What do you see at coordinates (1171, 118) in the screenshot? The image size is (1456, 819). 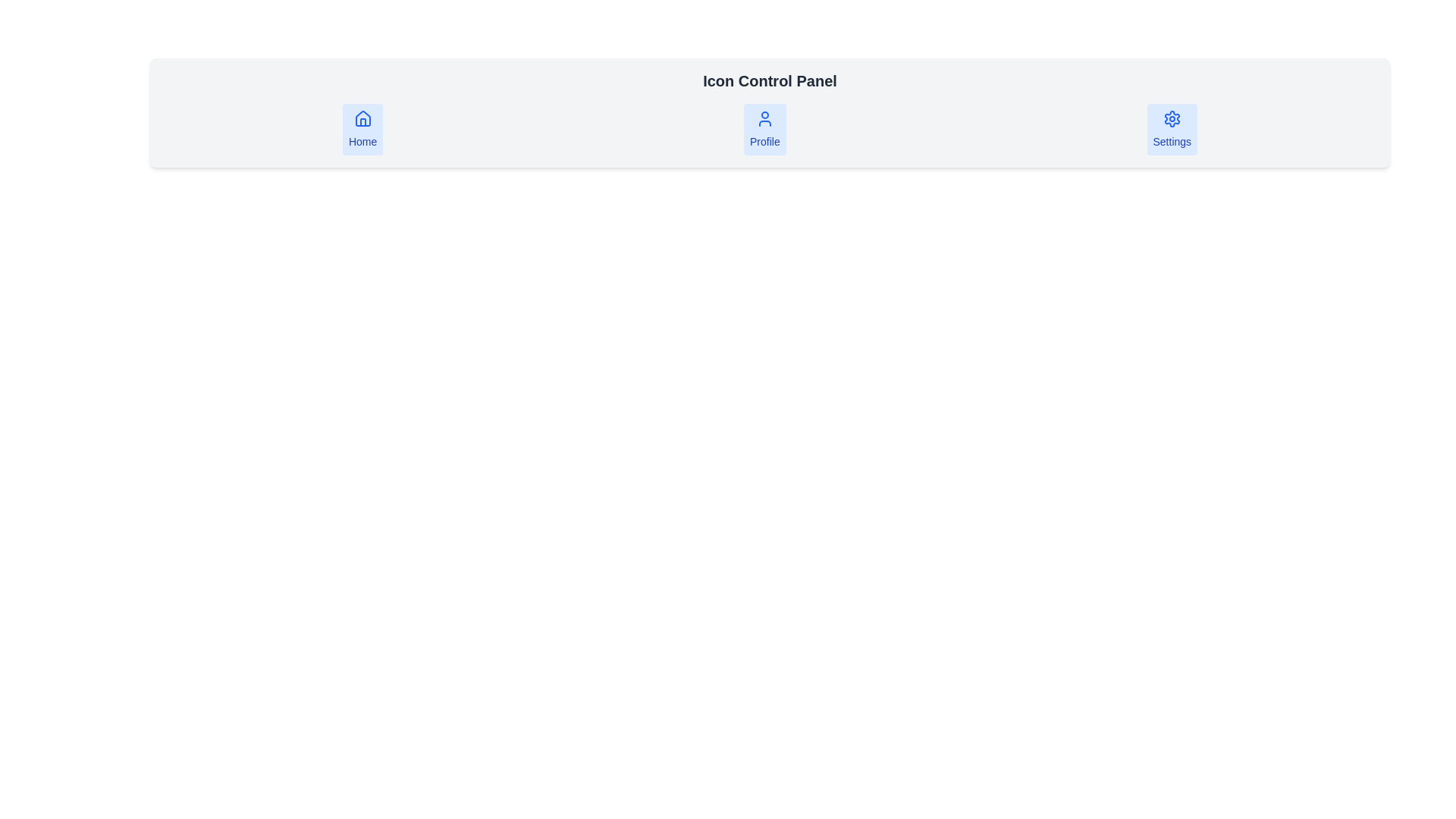 I see `the settings icon located in the rightmost section of the horizontal navigation bar, above the text label 'Settings'` at bounding box center [1171, 118].